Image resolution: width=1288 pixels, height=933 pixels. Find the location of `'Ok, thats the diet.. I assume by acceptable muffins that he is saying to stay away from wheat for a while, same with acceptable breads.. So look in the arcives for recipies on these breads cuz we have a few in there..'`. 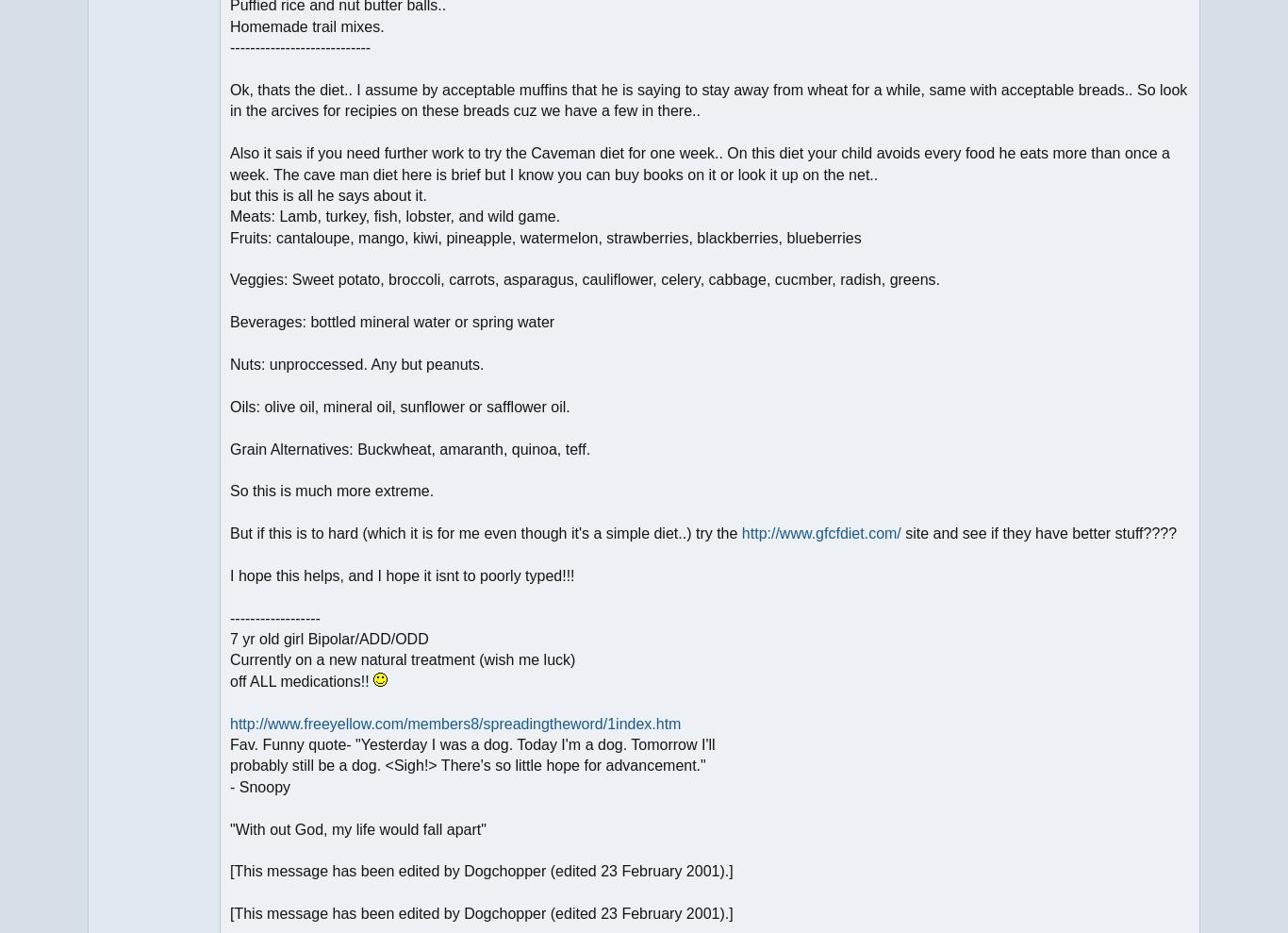

'Ok, thats the diet.. I assume by acceptable muffins that he is saying to stay away from wheat for a while, same with acceptable breads.. So look in the arcives for recipies on these breads cuz we have a few in there..' is located at coordinates (229, 100).